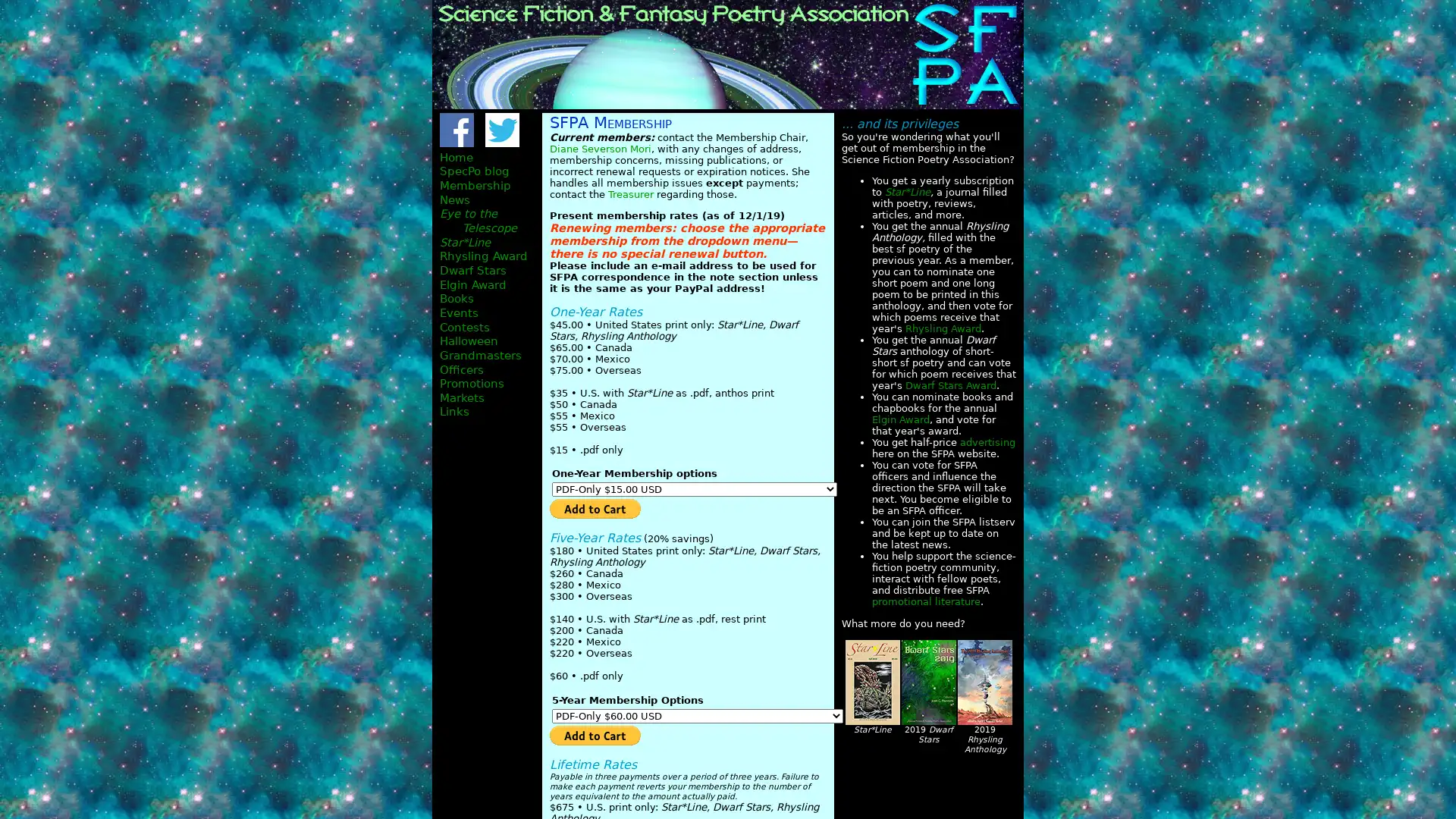  What do you see at coordinates (595, 508) in the screenshot?
I see `PayPal - The safer, easier way to pay online!` at bounding box center [595, 508].